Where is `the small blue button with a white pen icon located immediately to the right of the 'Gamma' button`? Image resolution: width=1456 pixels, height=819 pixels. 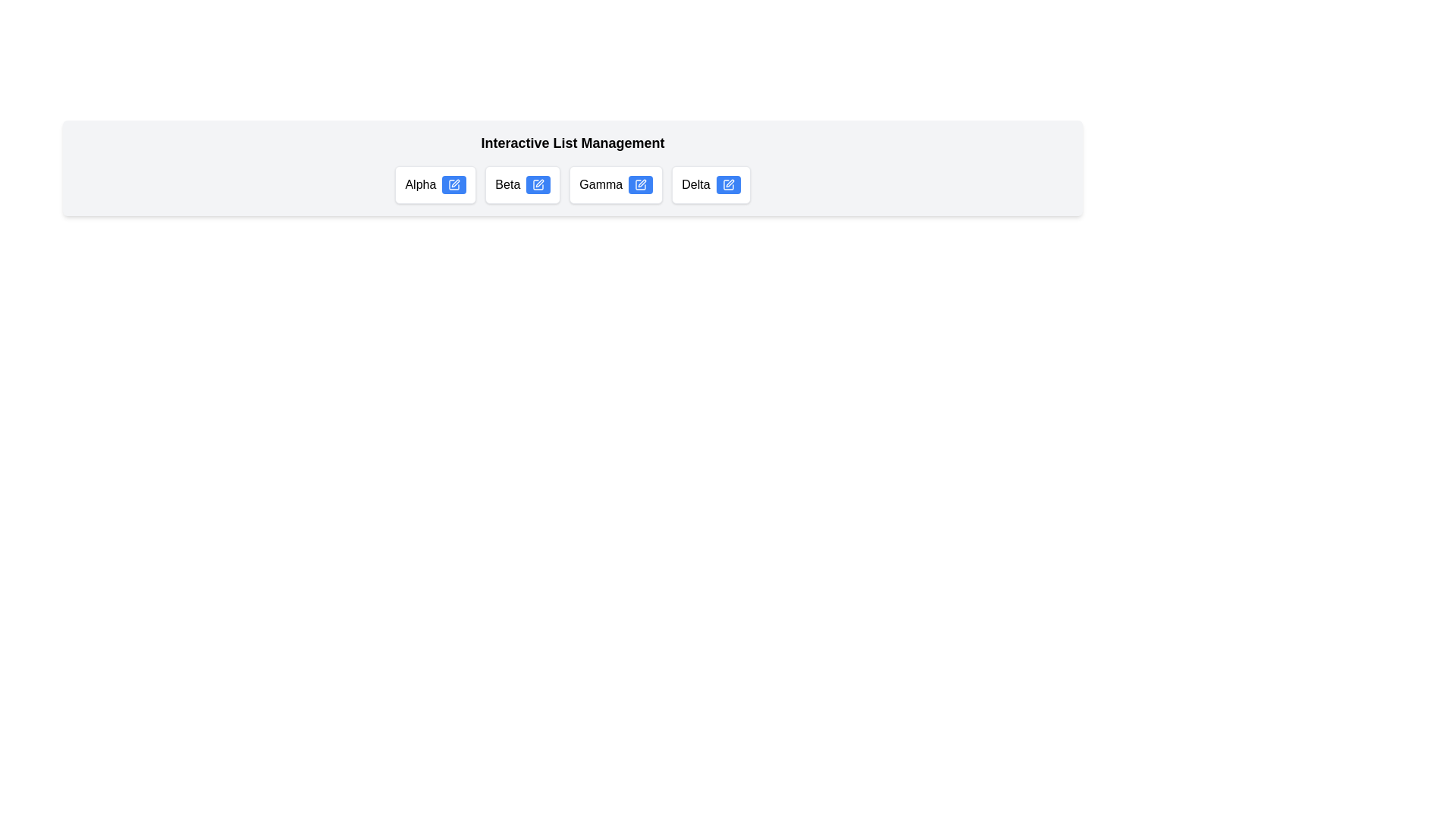 the small blue button with a white pen icon located immediately to the right of the 'Gamma' button is located at coordinates (641, 184).